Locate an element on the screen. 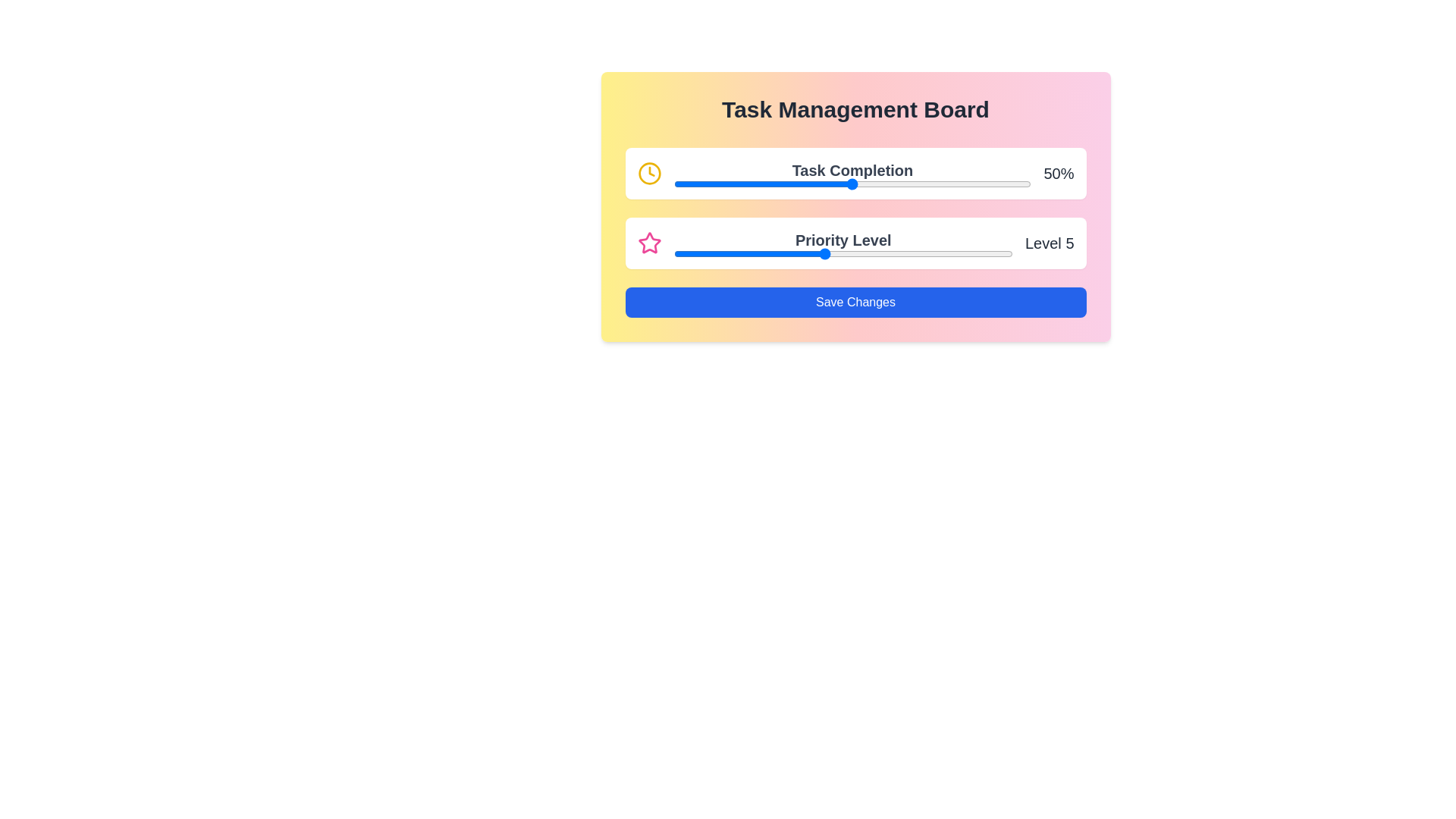 This screenshot has width=1456, height=819. the task completion slider is located at coordinates (683, 184).